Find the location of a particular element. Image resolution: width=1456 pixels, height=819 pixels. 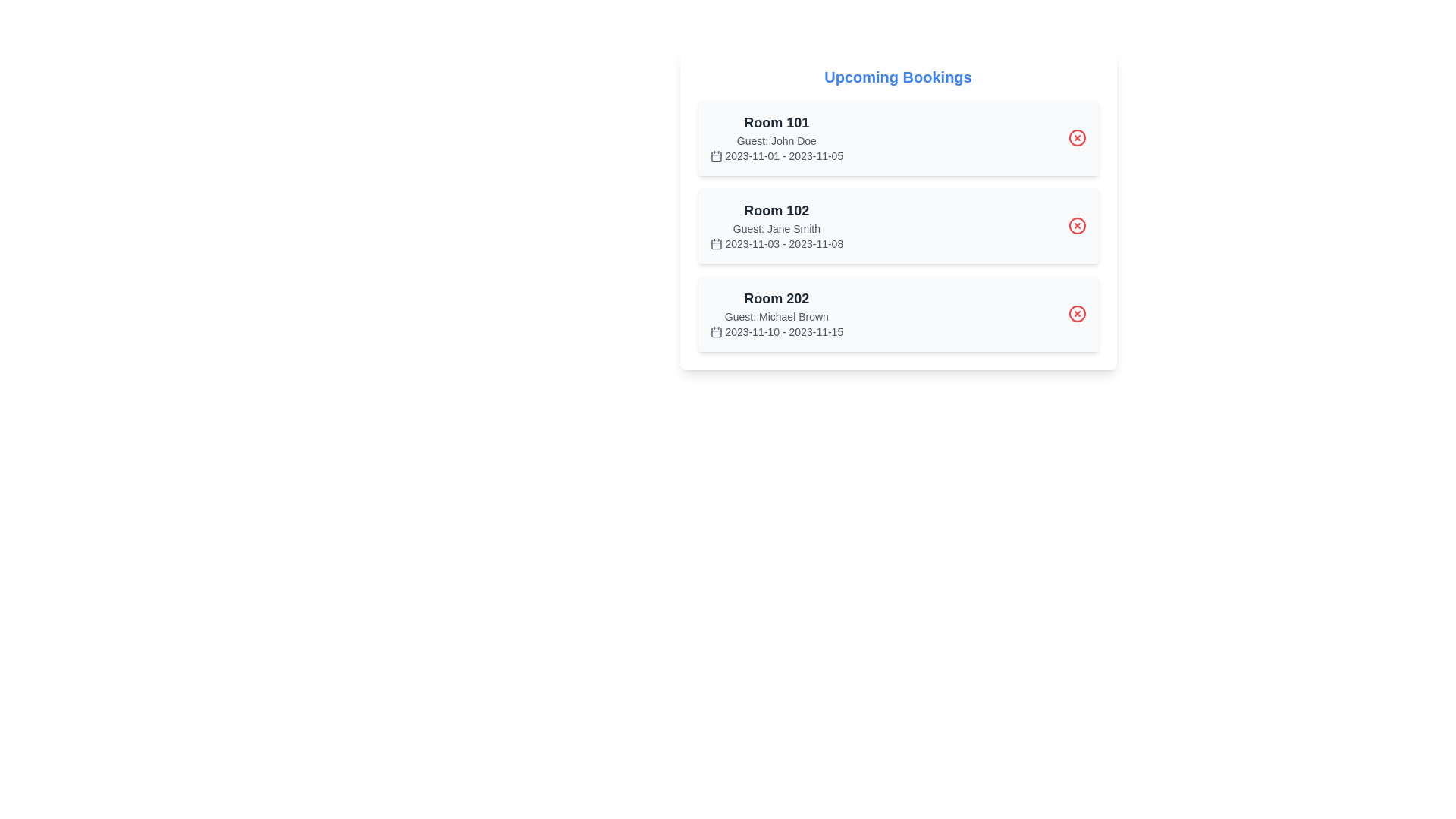

graphical component of the calendar icon, which is a rectangle or rounded rectangle positioned to the left of the booking details text, using the browser developer tools is located at coordinates (715, 156).